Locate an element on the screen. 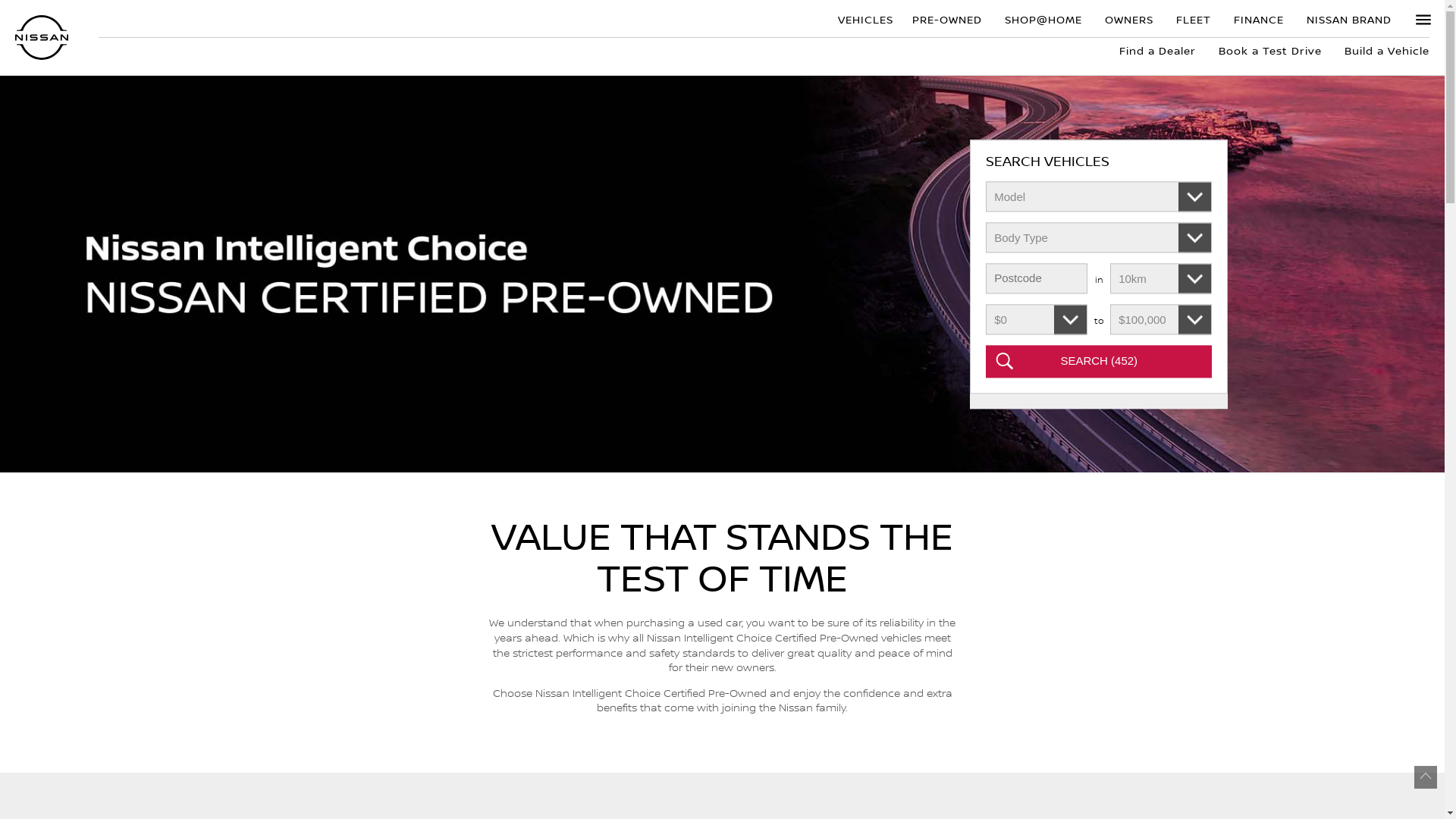 This screenshot has height=819, width=1456. 'Book a Test Drive' is located at coordinates (1270, 49).